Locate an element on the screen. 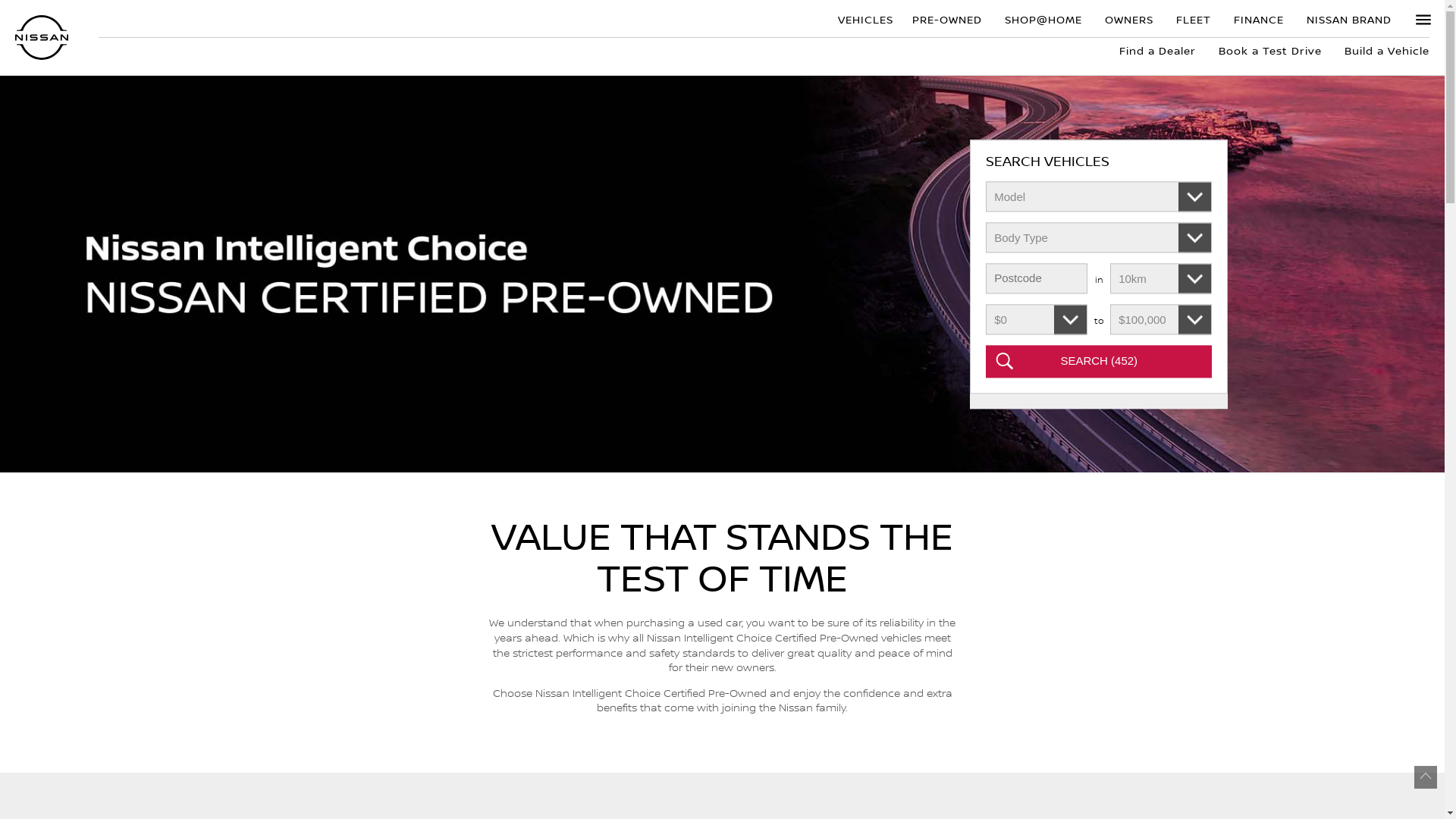 This screenshot has height=819, width=1456. 'Book a Test Drive' is located at coordinates (1270, 49).